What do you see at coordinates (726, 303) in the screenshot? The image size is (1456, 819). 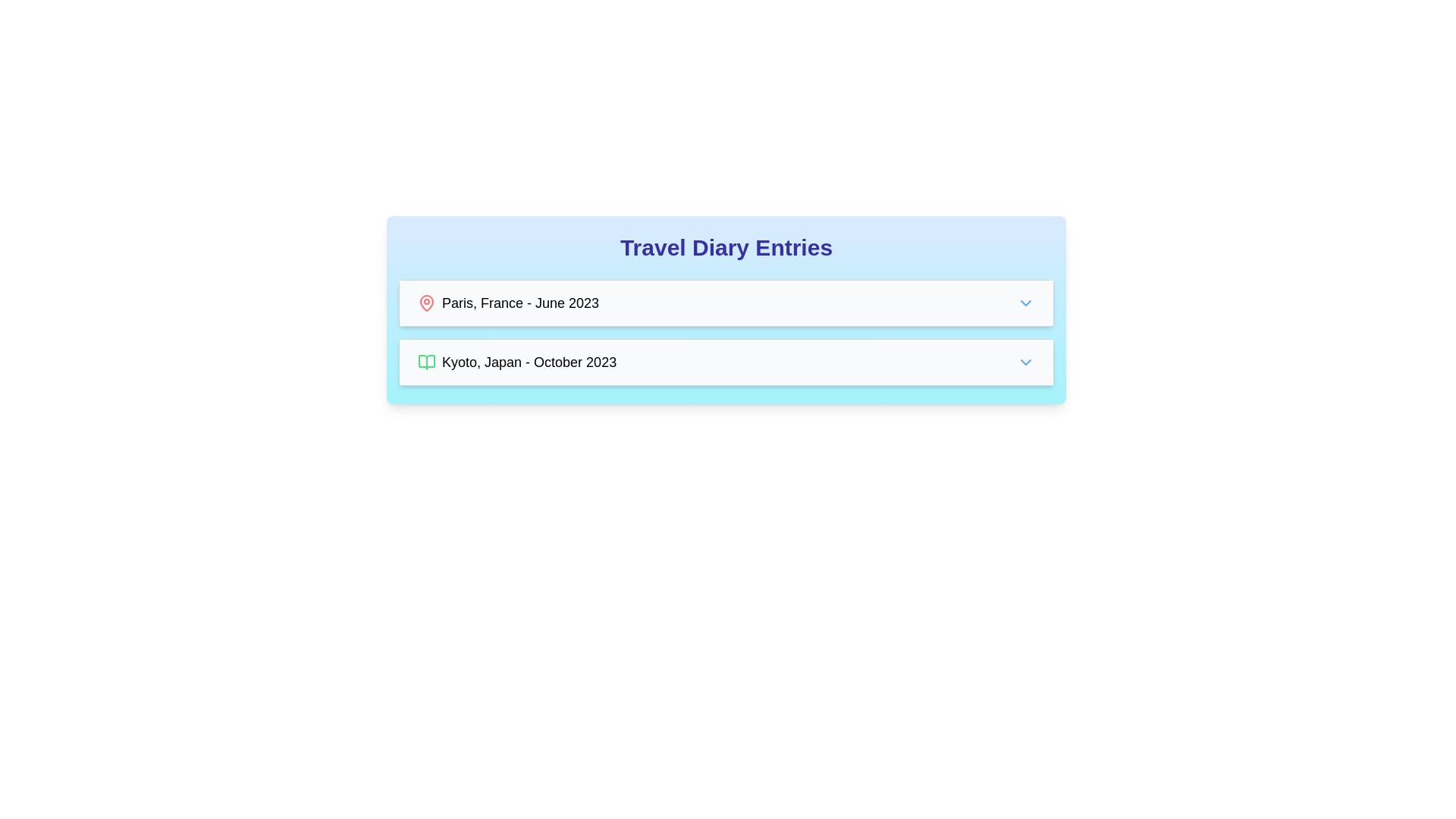 I see `the button labeled 'Paris, France - June 2023' which is accompanied by a red pin icon on the left and a blue downward chevron icon on the right` at bounding box center [726, 303].